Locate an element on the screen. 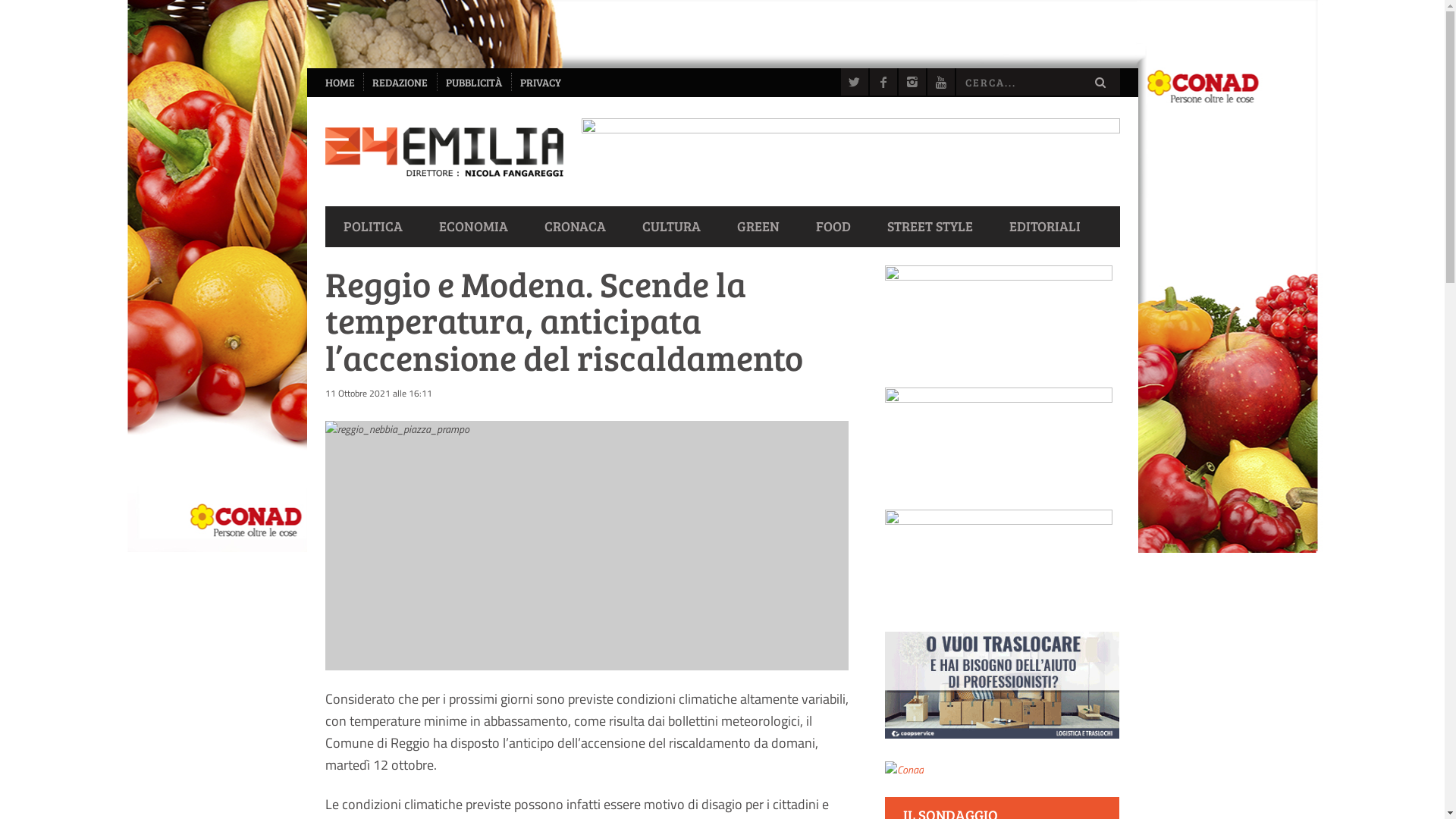  'POLITICA' is located at coordinates (323, 226).